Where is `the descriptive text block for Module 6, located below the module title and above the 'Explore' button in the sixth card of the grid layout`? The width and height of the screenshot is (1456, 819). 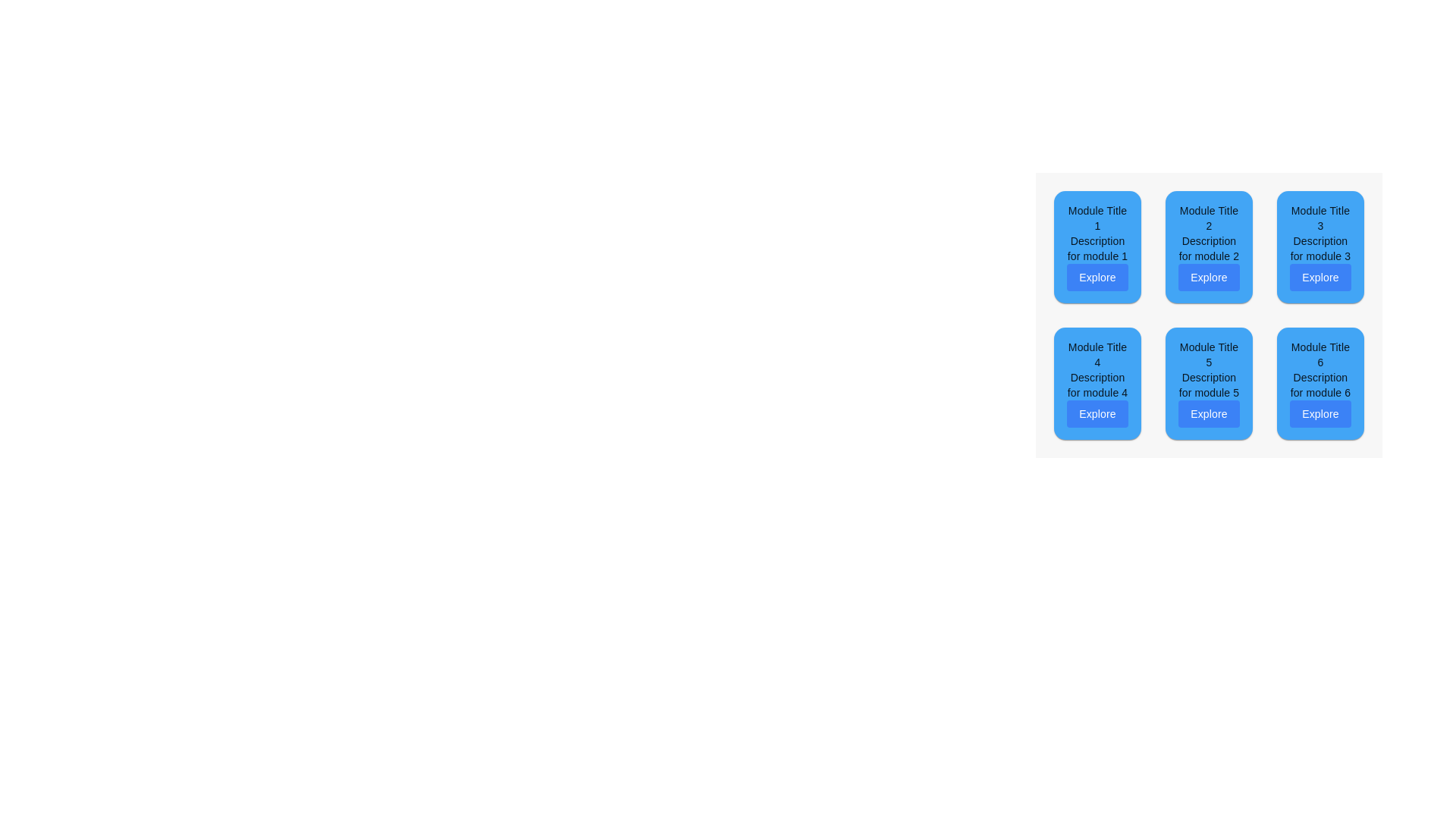 the descriptive text block for Module 6, located below the module title and above the 'Explore' button in the sixth card of the grid layout is located at coordinates (1319, 384).